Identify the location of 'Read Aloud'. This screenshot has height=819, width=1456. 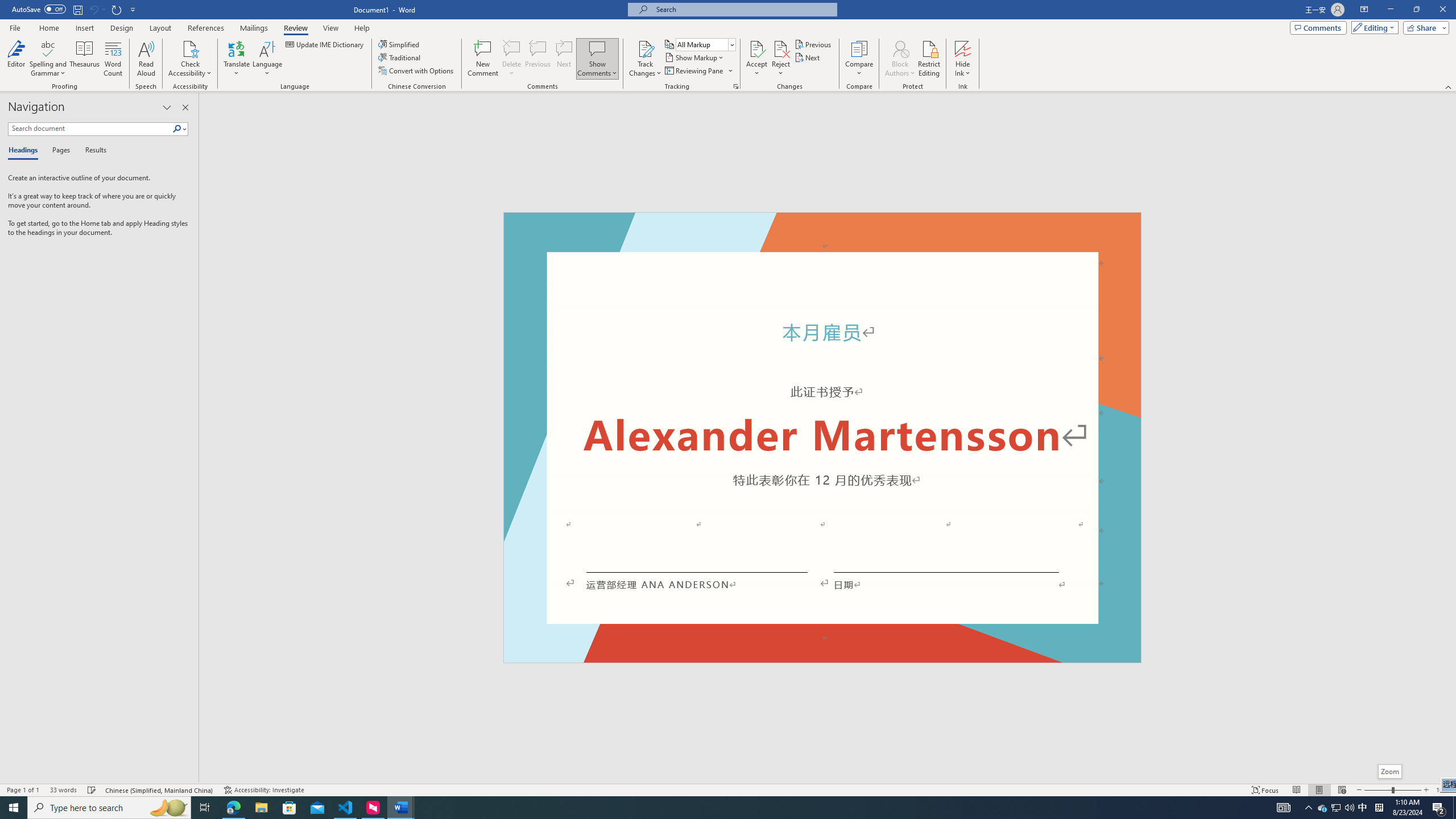
(146, 59).